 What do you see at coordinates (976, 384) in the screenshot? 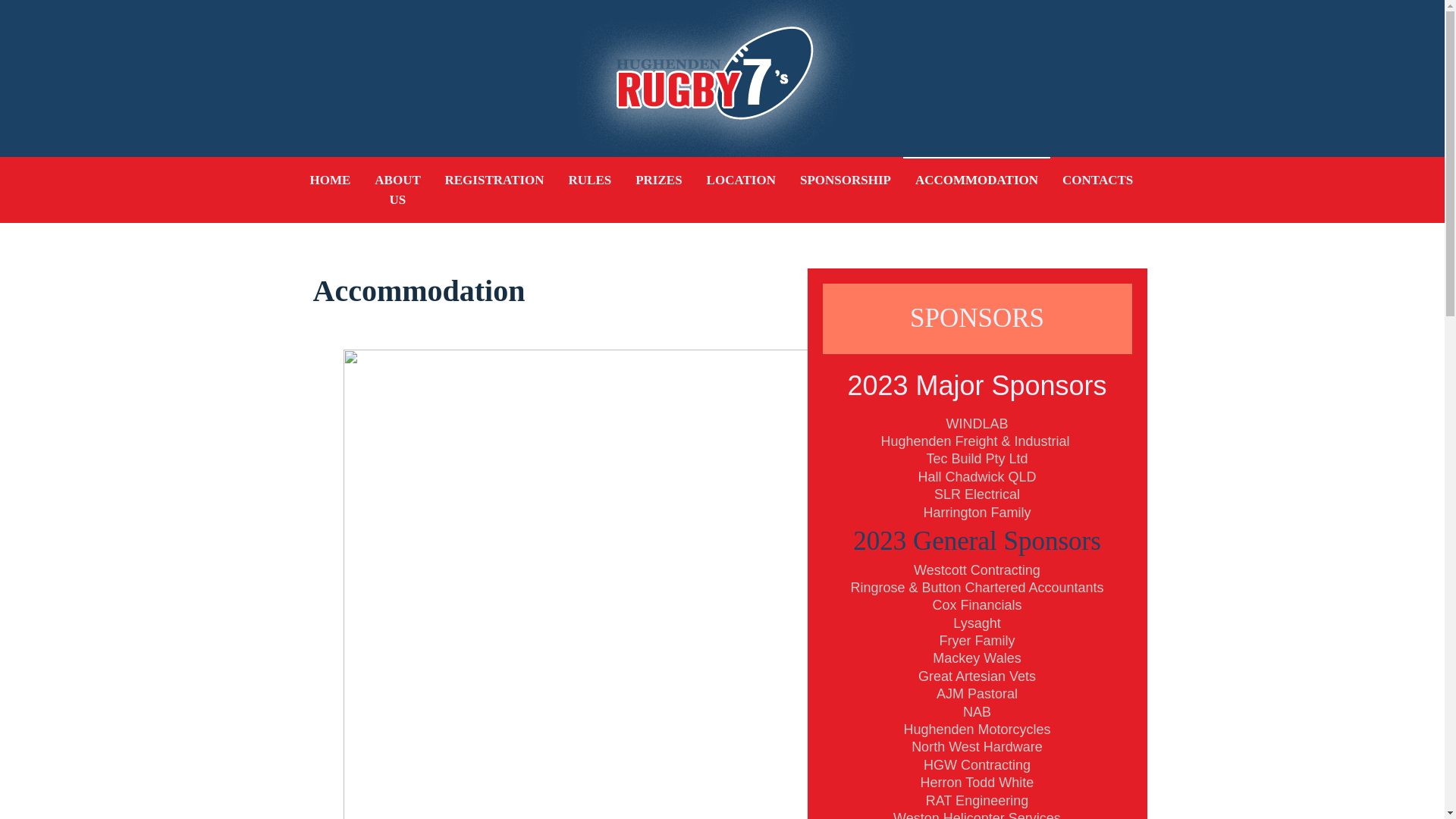
I see `'2023 Major Sponsors'` at bounding box center [976, 384].